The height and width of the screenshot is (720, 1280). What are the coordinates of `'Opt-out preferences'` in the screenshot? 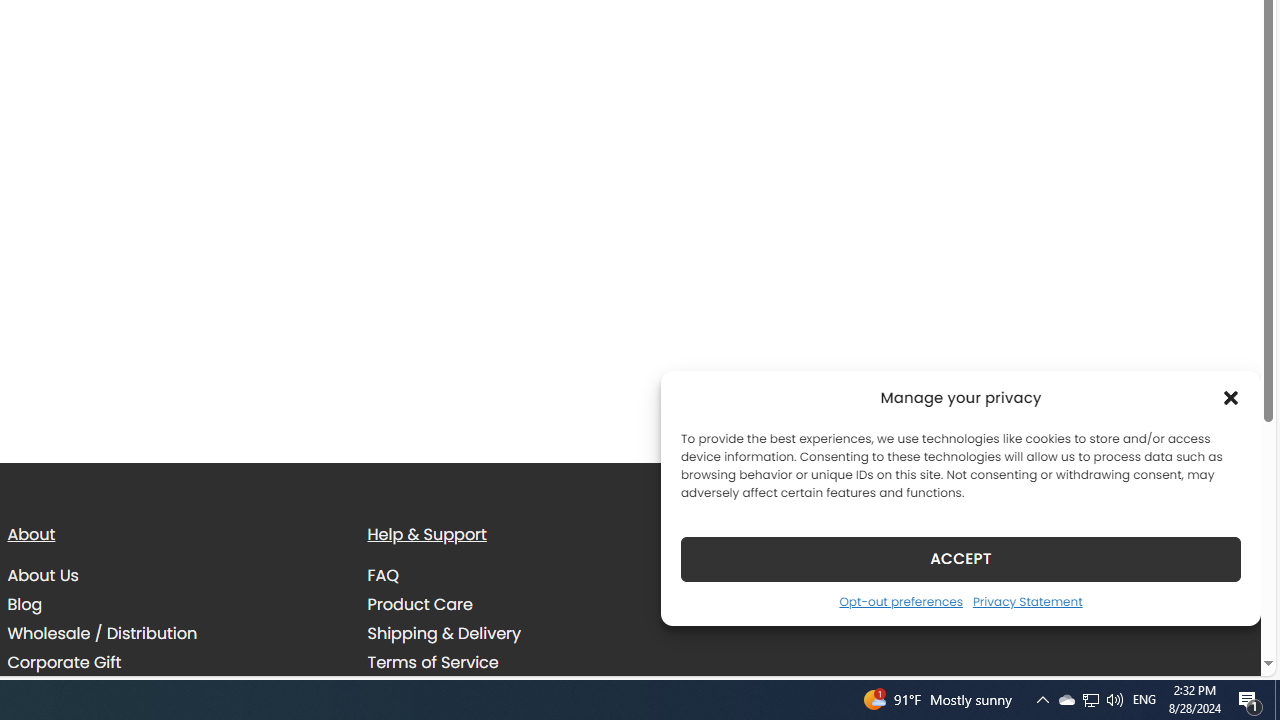 It's located at (899, 600).